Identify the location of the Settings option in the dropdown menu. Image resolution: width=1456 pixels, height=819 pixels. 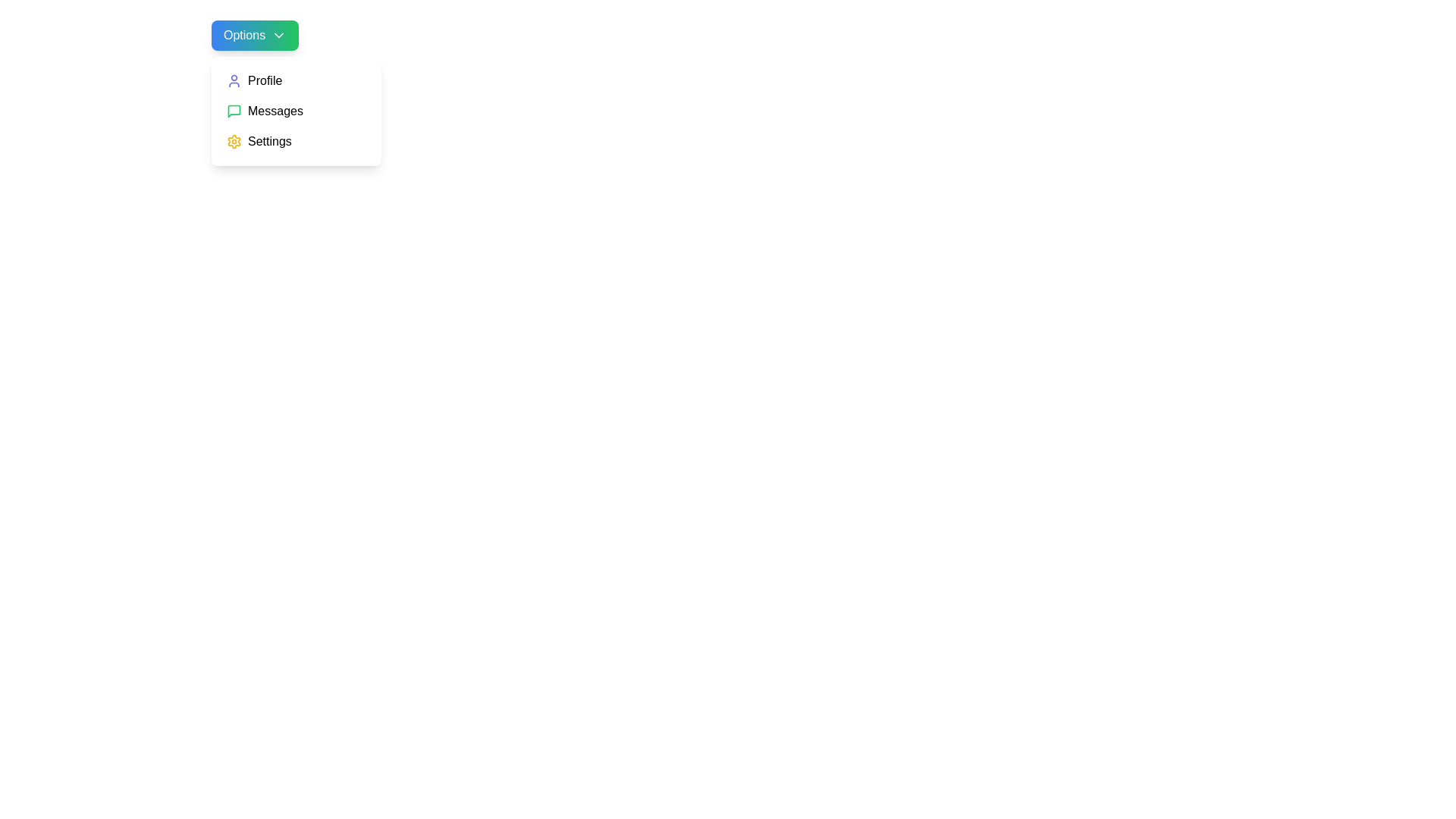
(296, 141).